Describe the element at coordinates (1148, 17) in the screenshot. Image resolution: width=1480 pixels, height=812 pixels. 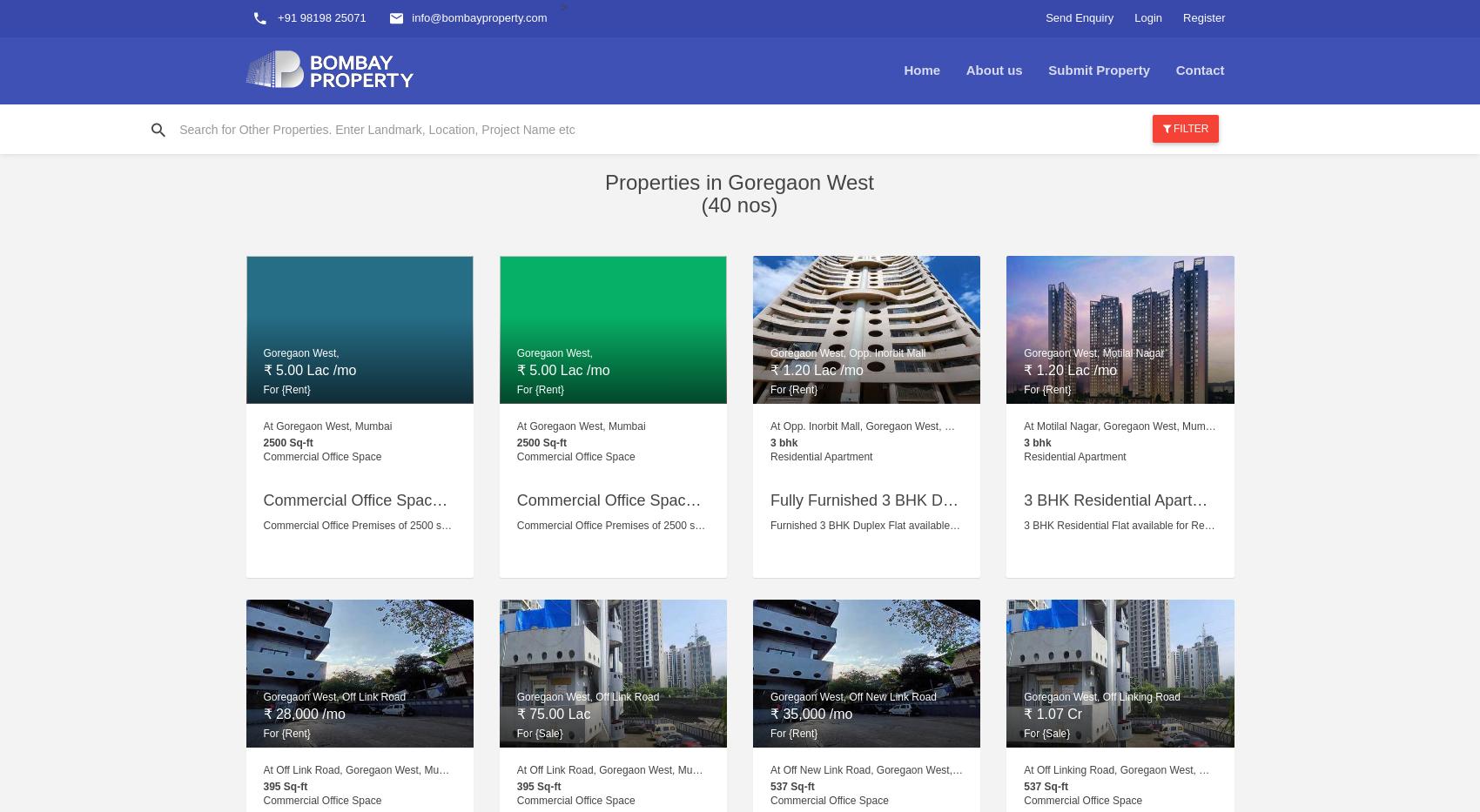
I see `'Login'` at that location.